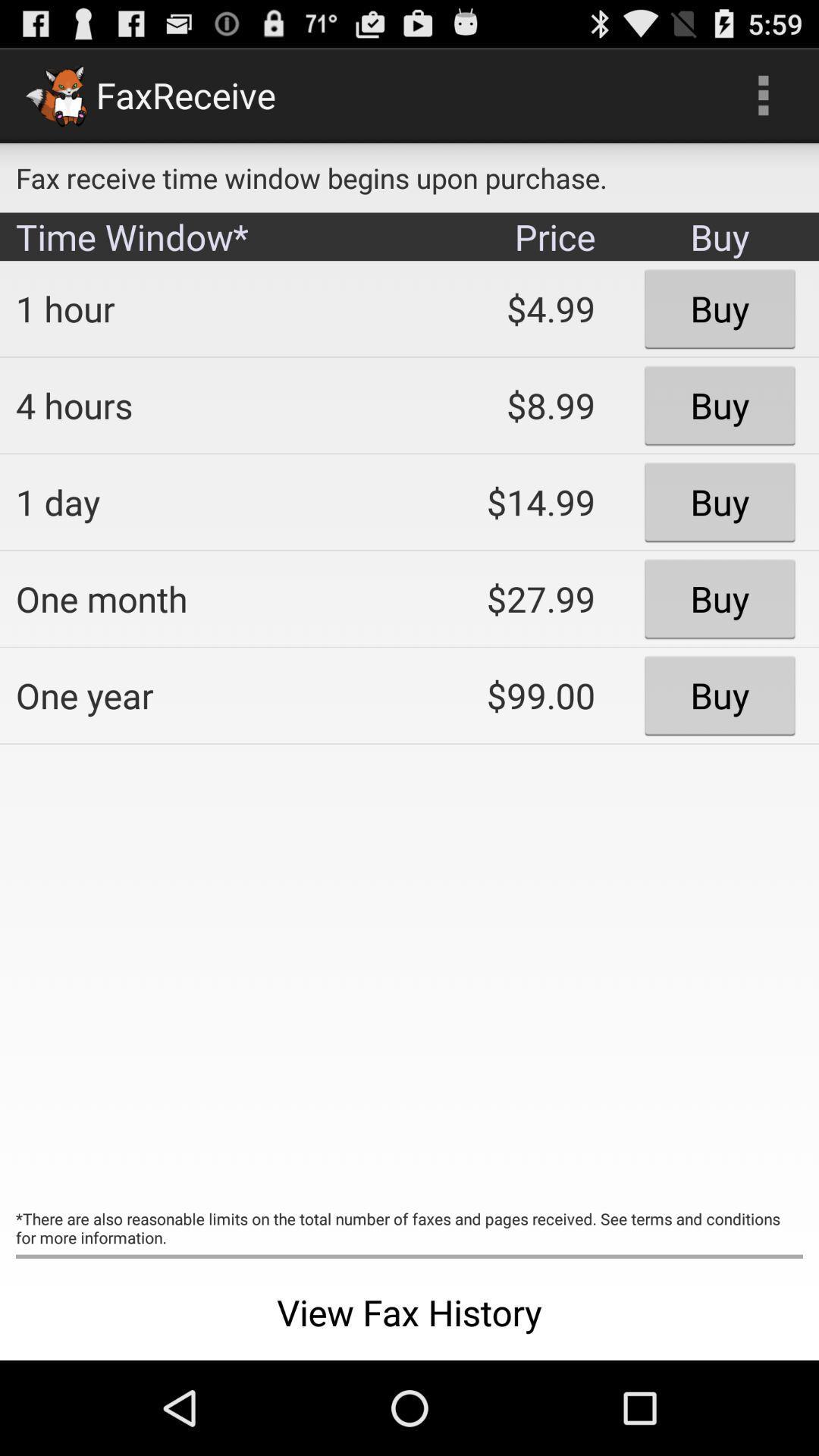  Describe the element at coordinates (201, 598) in the screenshot. I see `the item next to the $14.99` at that location.